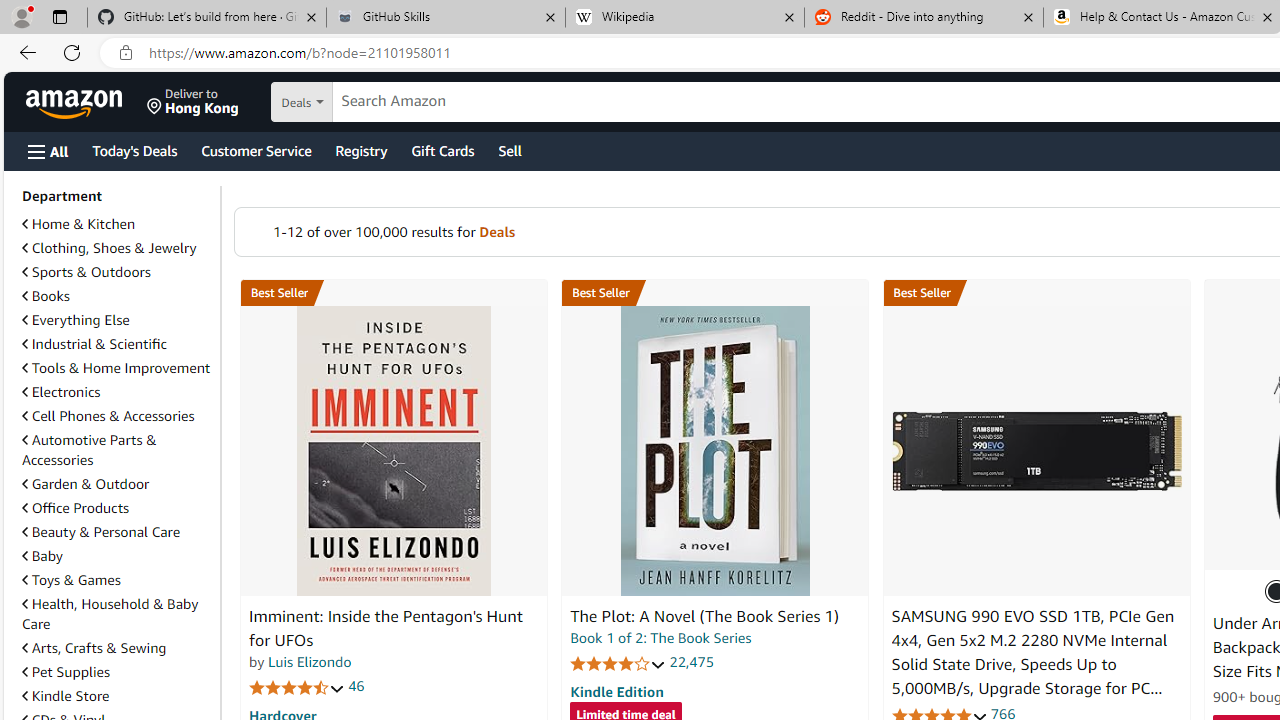  Describe the element at coordinates (65, 694) in the screenshot. I see `'Kindle Store'` at that location.